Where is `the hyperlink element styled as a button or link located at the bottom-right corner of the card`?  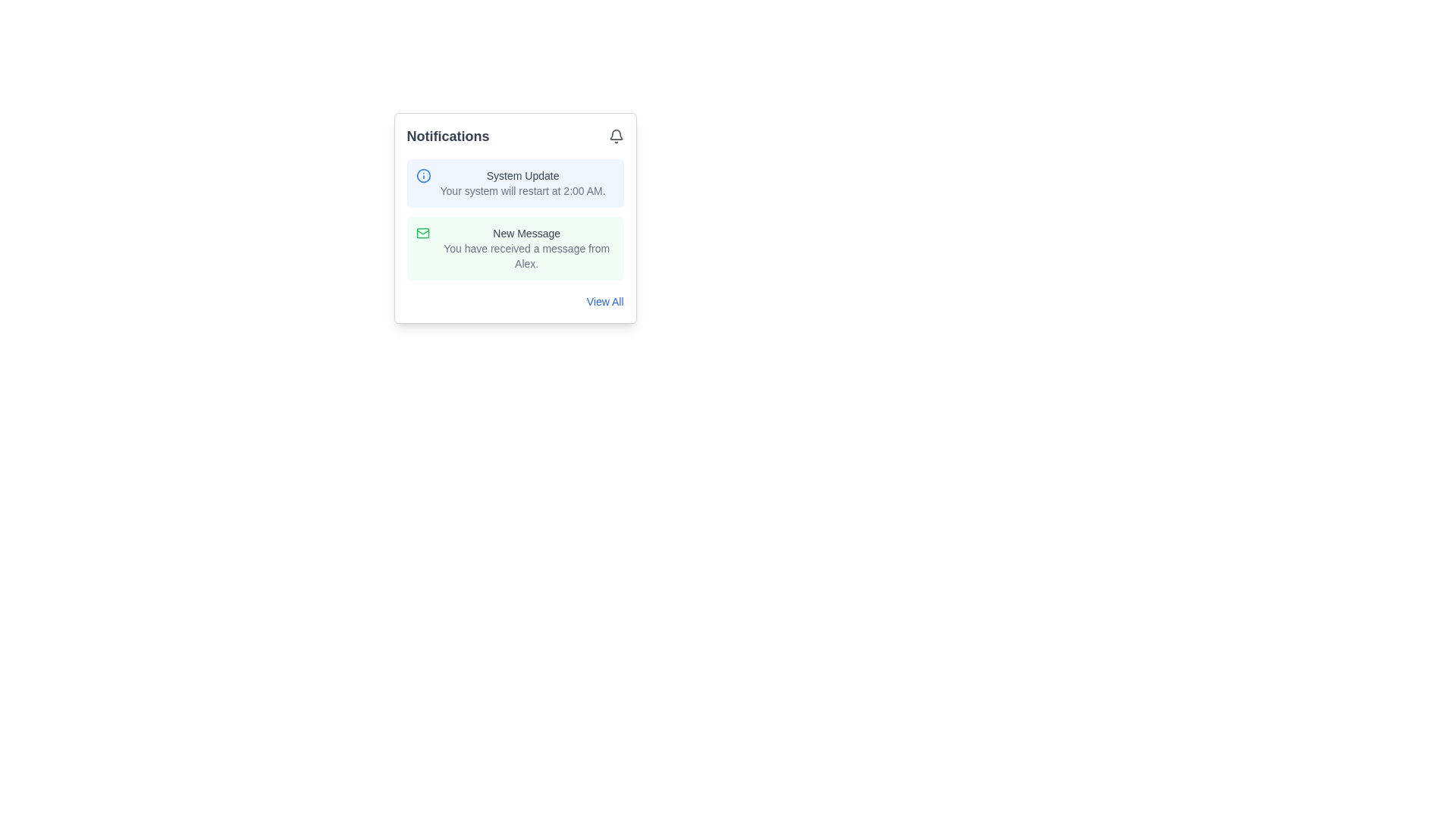
the hyperlink element styled as a button or link located at the bottom-right corner of the card is located at coordinates (515, 301).